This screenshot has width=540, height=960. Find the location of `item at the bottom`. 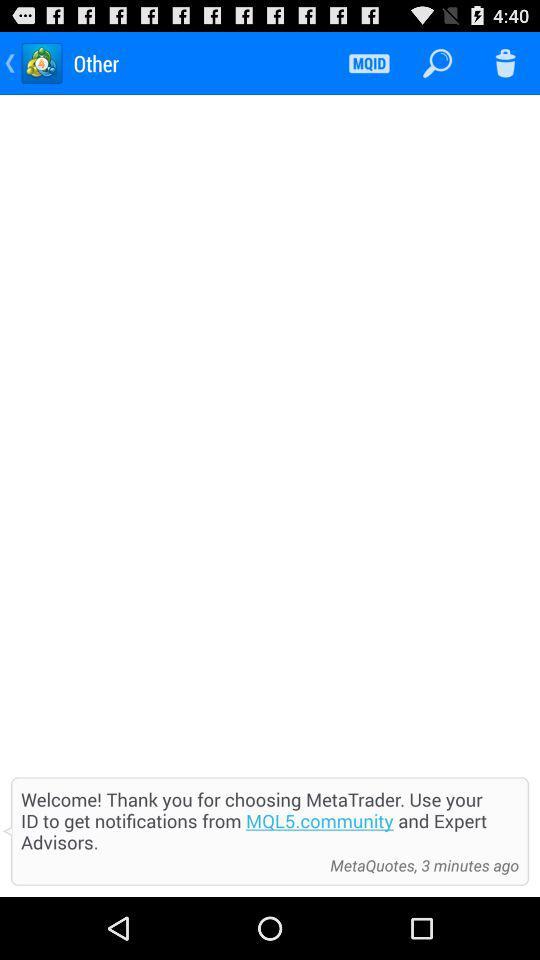

item at the bottom is located at coordinates (270, 820).